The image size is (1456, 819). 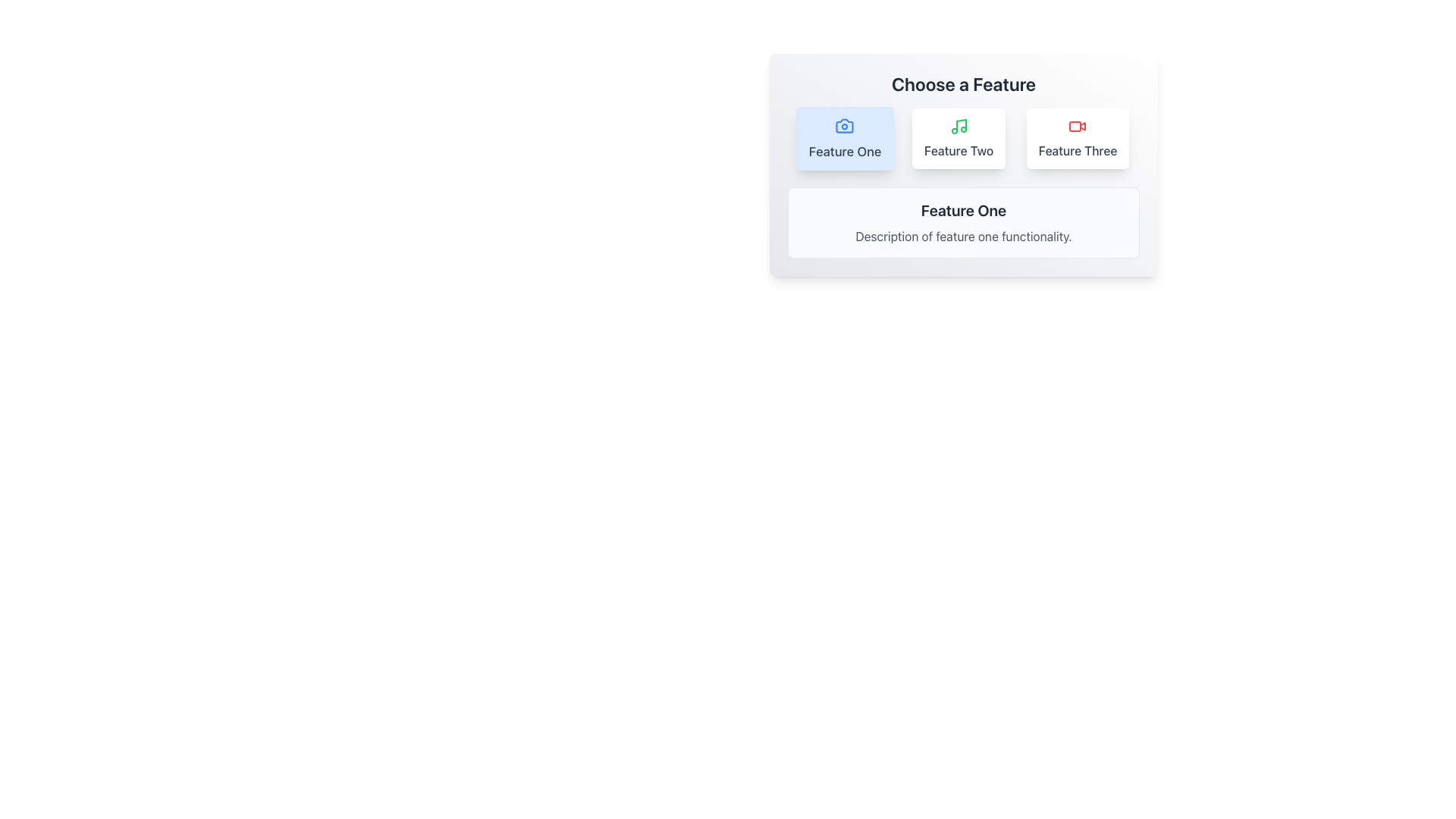 I want to click on the 'Feature Three' selection button, which is the third option in a group of three buttons located towards the top-right, so click(x=1076, y=138).